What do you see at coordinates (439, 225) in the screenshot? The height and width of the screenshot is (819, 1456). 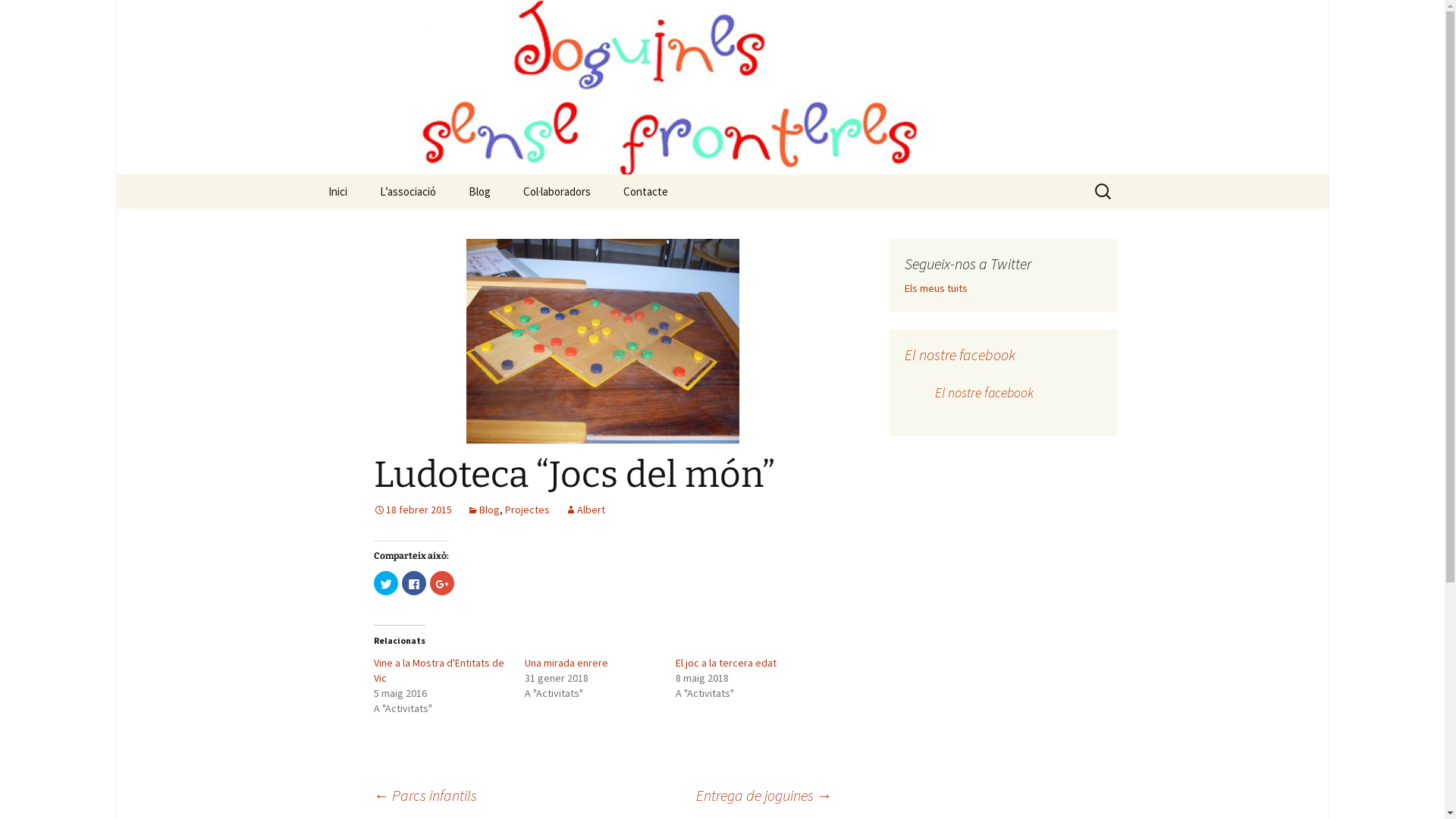 I see `'Objectius de JSF'` at bounding box center [439, 225].